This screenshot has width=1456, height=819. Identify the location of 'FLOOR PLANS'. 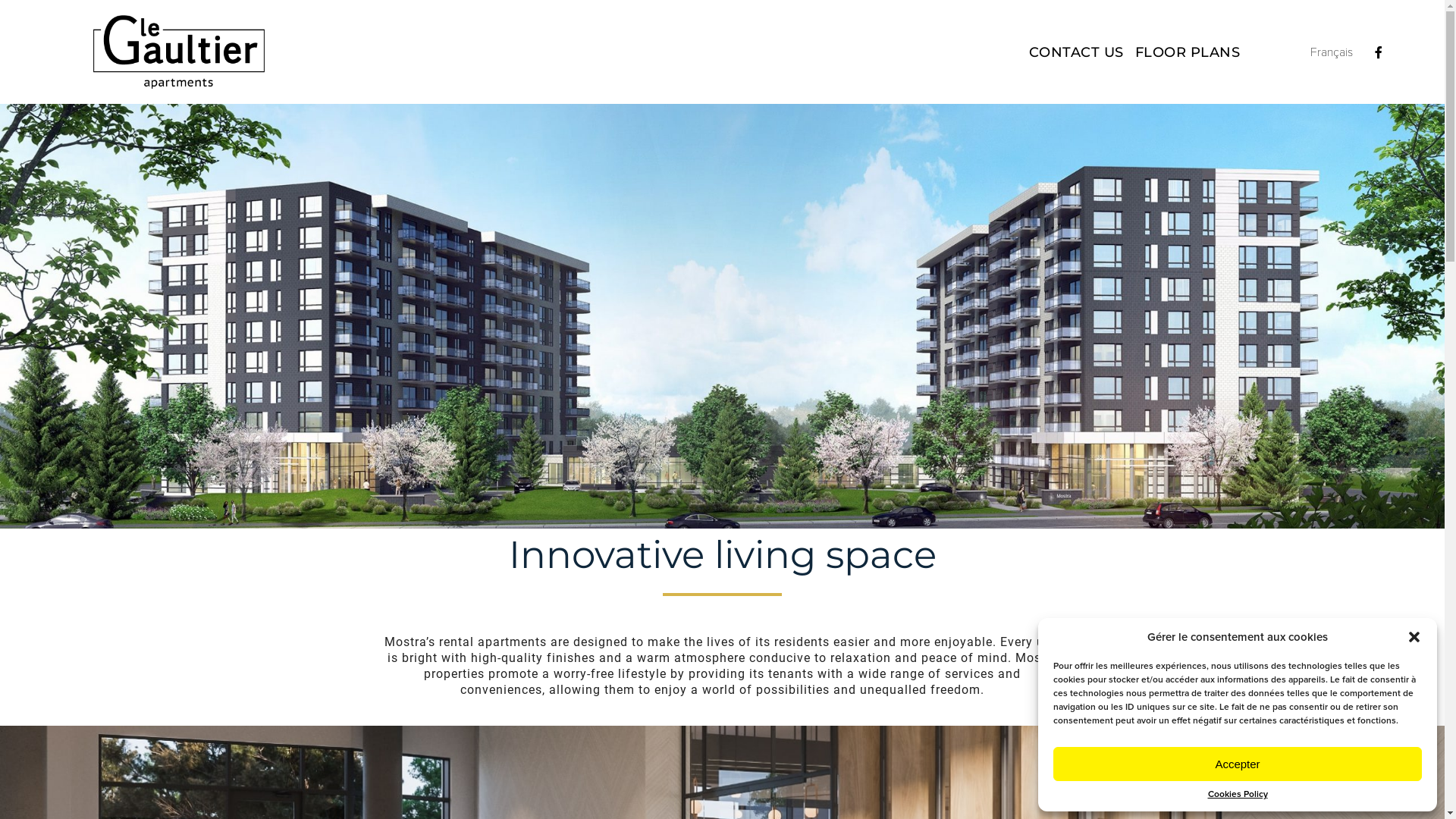
(1187, 52).